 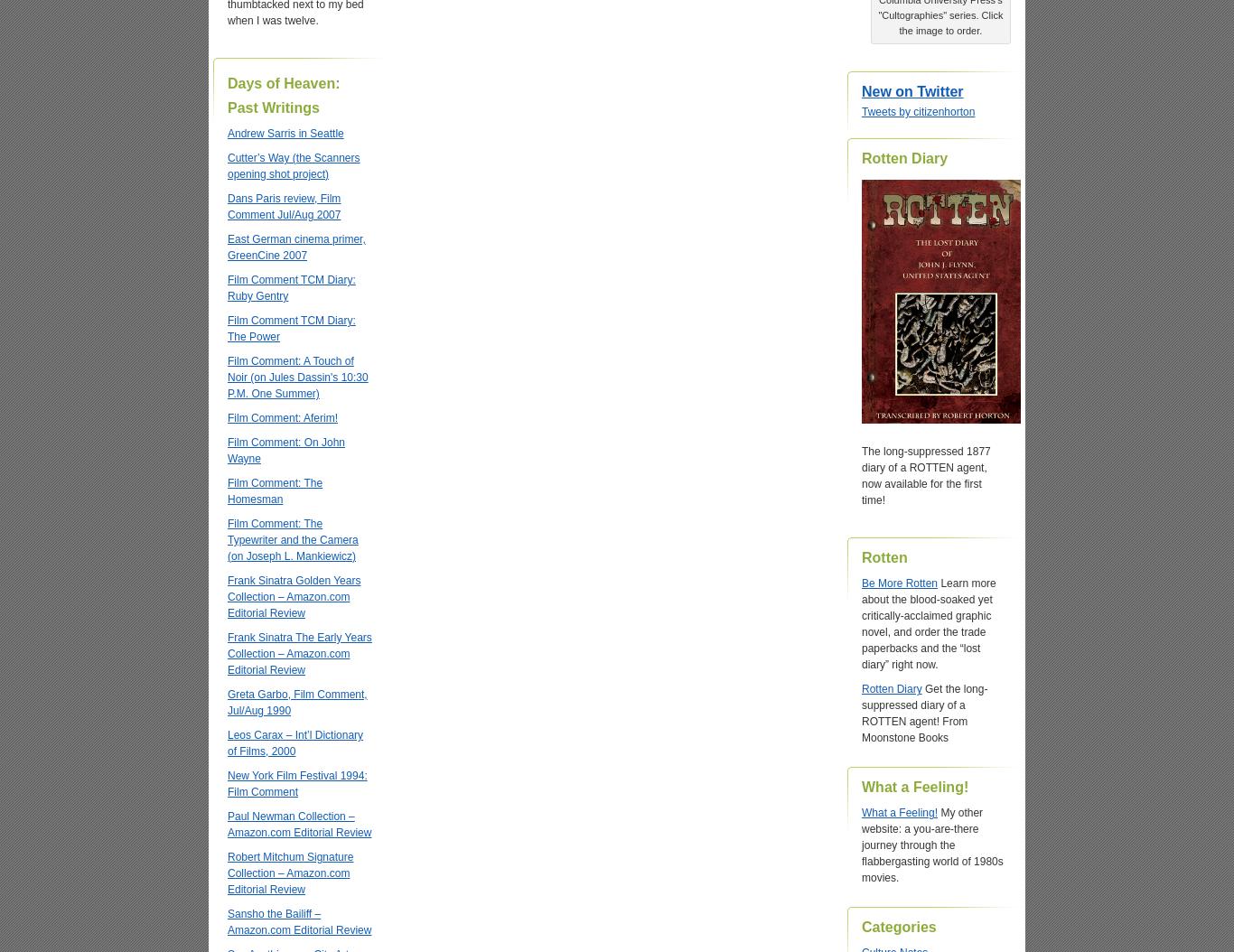 What do you see at coordinates (228, 742) in the screenshot?
I see `'Leos Carax – Int’l Dictionary of Films, 2000'` at bounding box center [228, 742].